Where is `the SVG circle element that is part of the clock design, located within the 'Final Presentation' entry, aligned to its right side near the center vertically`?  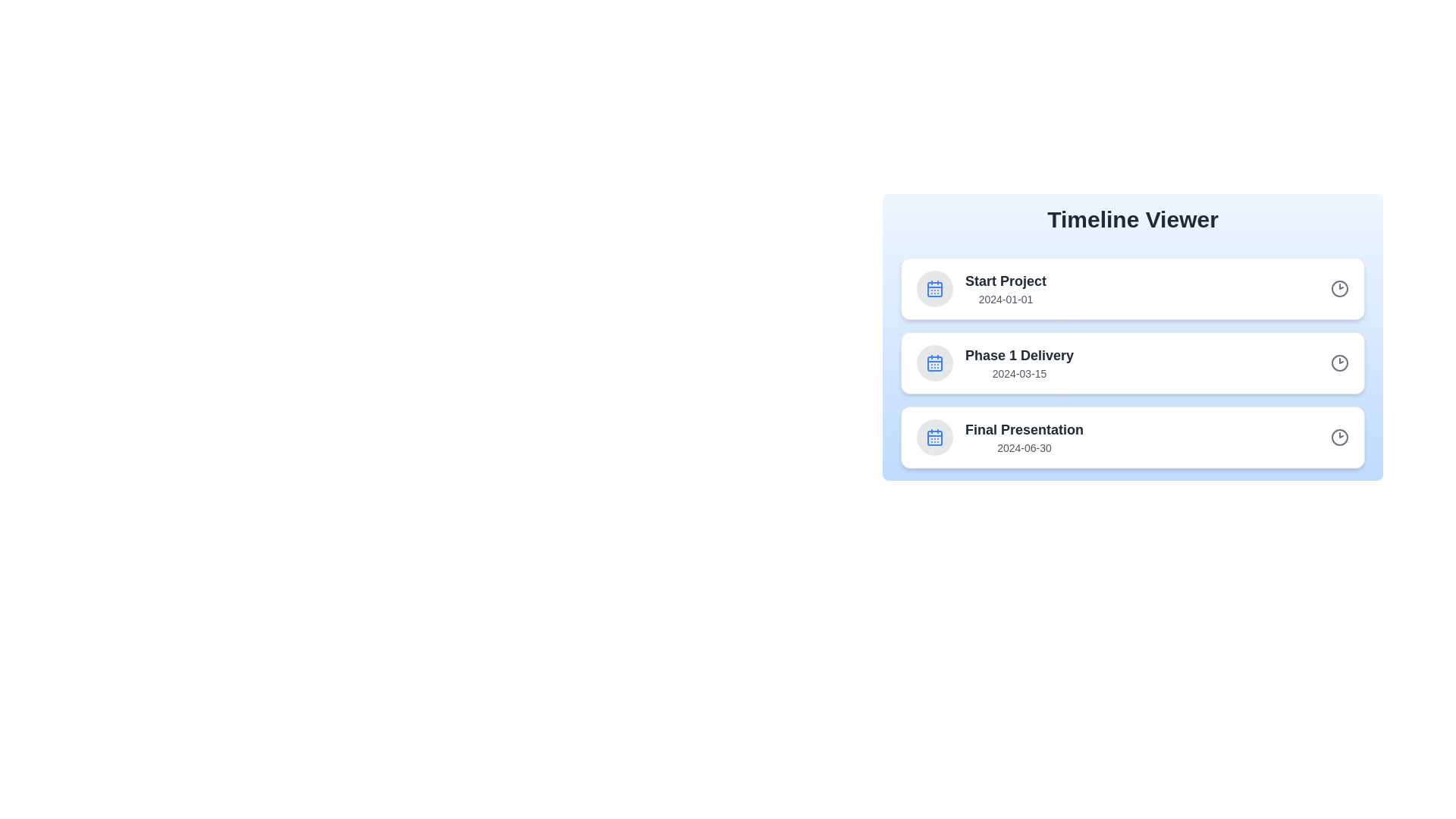
the SVG circle element that is part of the clock design, located within the 'Final Presentation' entry, aligned to its right side near the center vertically is located at coordinates (1339, 438).